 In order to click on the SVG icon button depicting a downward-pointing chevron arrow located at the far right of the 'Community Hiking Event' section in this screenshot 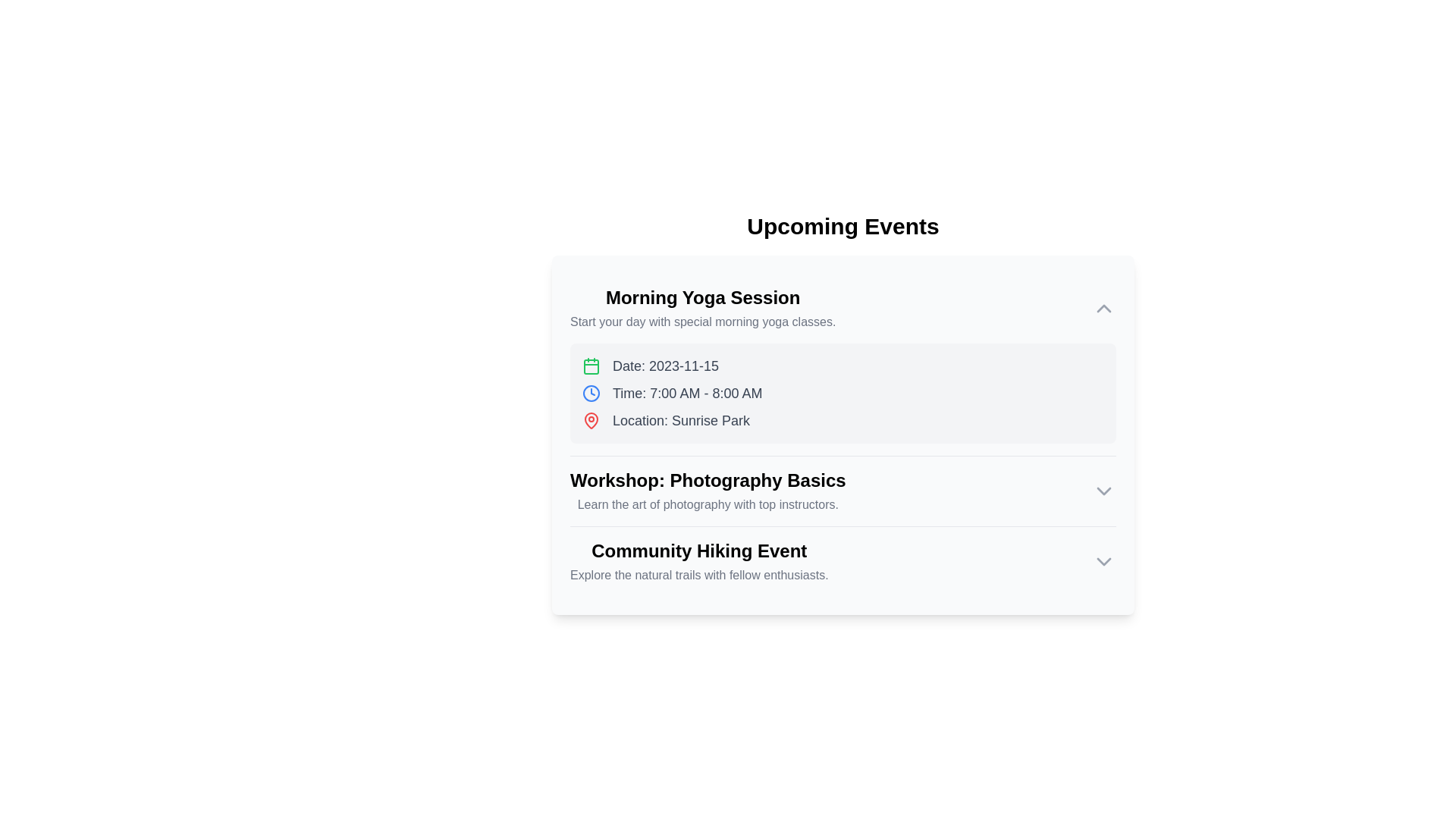, I will do `click(1103, 561)`.